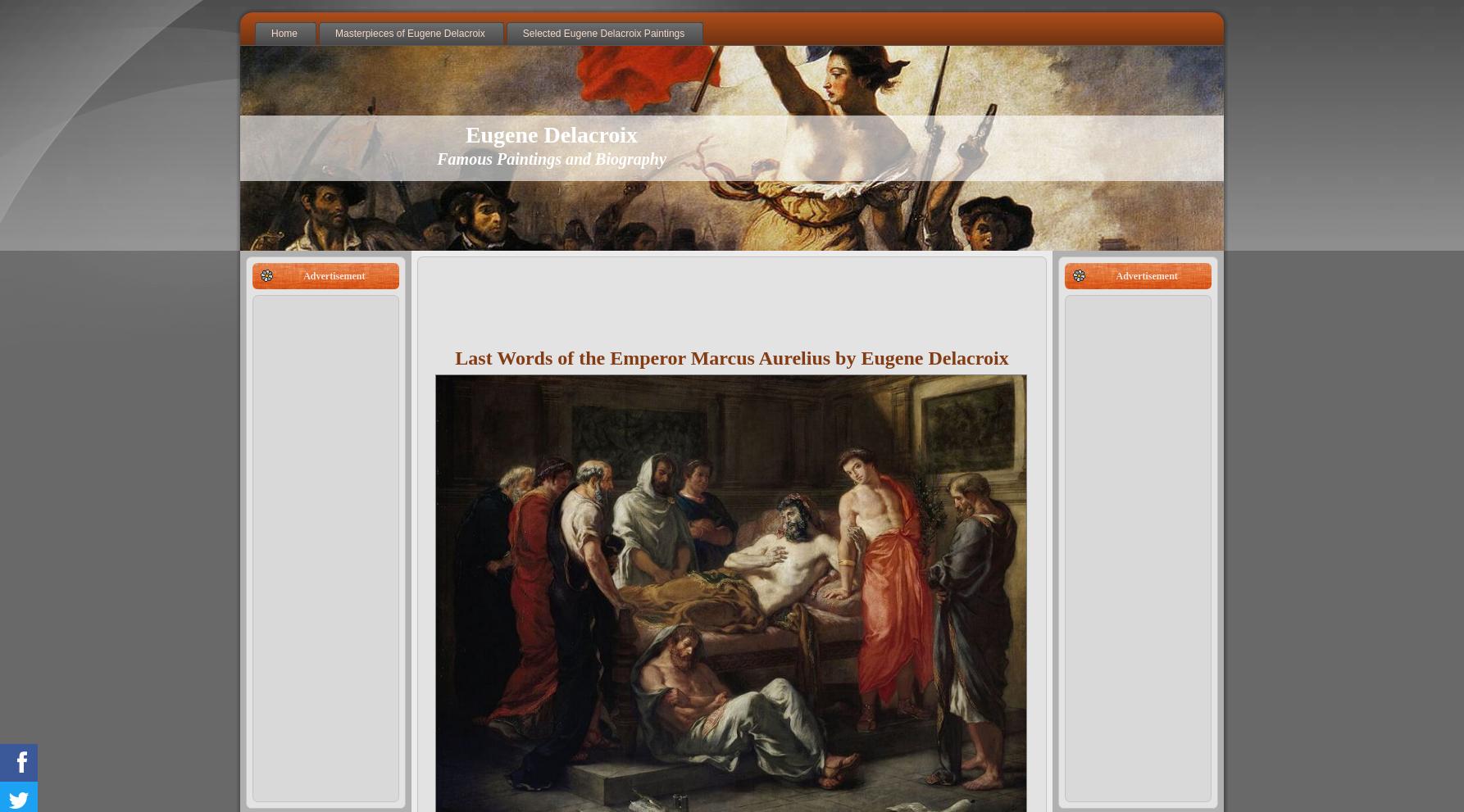 This screenshot has width=1464, height=812. Describe the element at coordinates (551, 158) in the screenshot. I see `'Famous Paintings and Biography'` at that location.